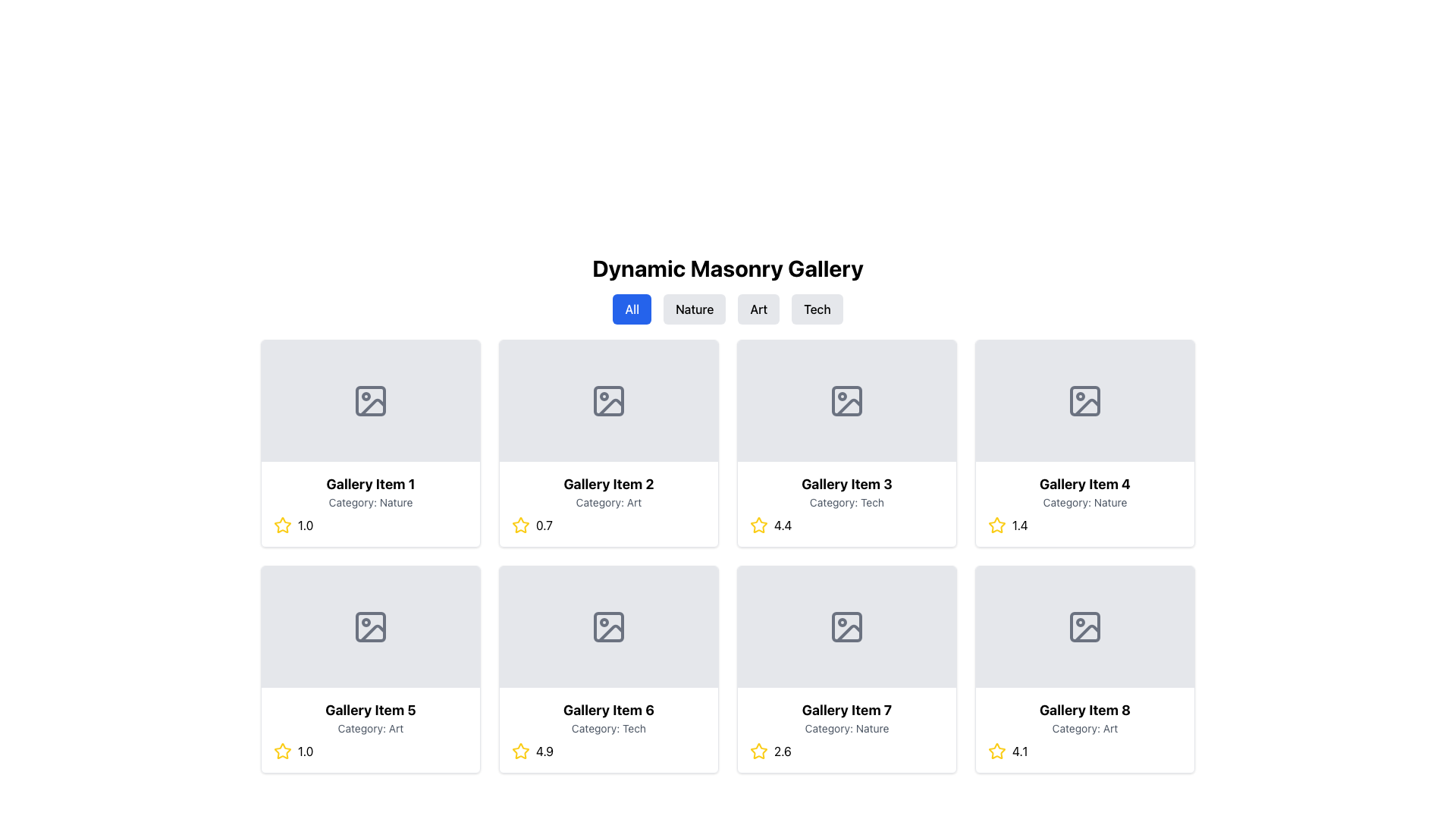  I want to click on the yellow star icon representing a rating, located in the bottom-left corner of 'Gallery Item 5', next to the rating value '1.0', so click(283, 524).